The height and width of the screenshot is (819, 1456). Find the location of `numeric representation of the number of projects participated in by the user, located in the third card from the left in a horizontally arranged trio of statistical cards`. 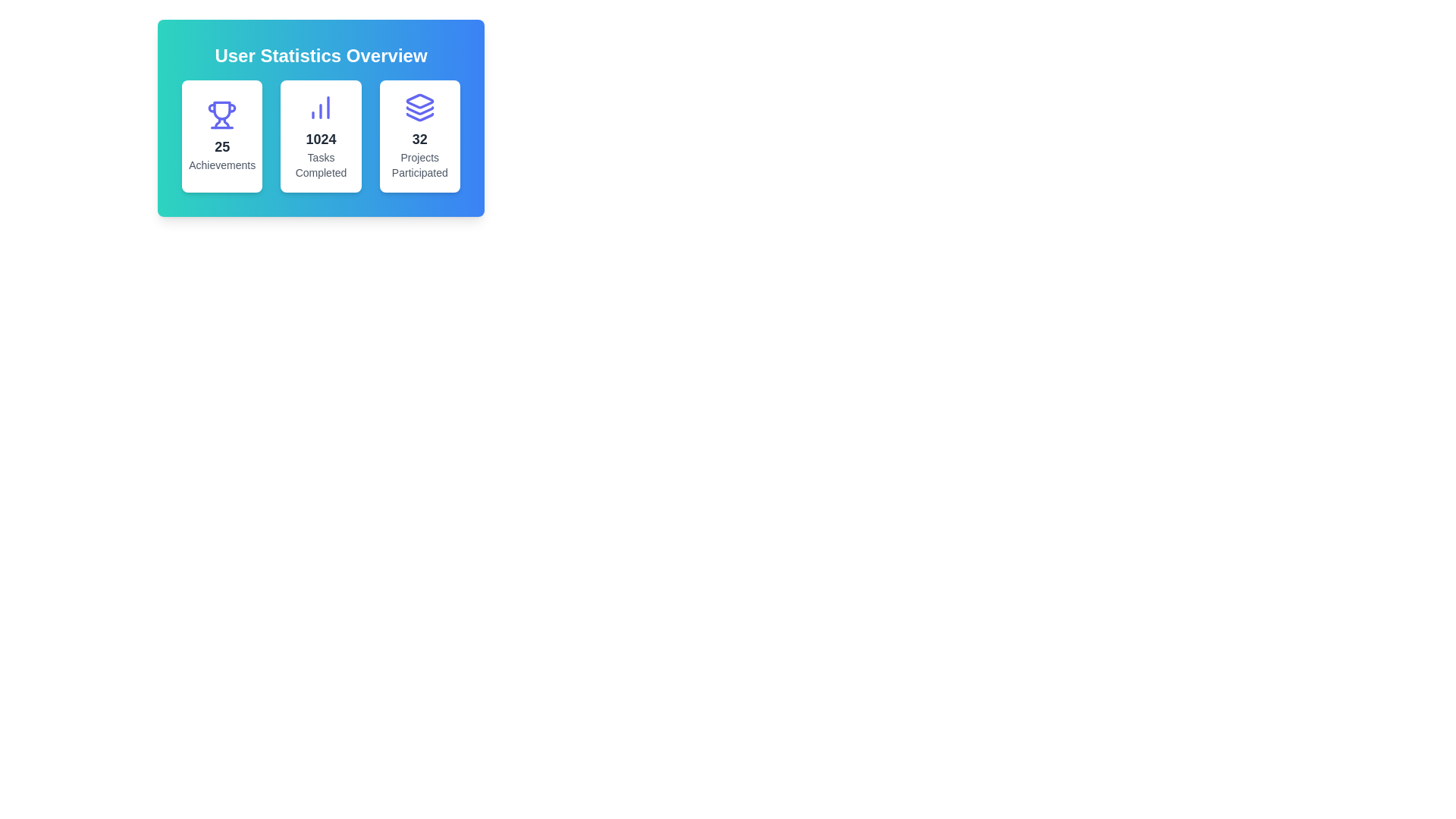

numeric representation of the number of projects participated in by the user, located in the third card from the left in a horizontally arranged trio of statistical cards is located at coordinates (419, 140).